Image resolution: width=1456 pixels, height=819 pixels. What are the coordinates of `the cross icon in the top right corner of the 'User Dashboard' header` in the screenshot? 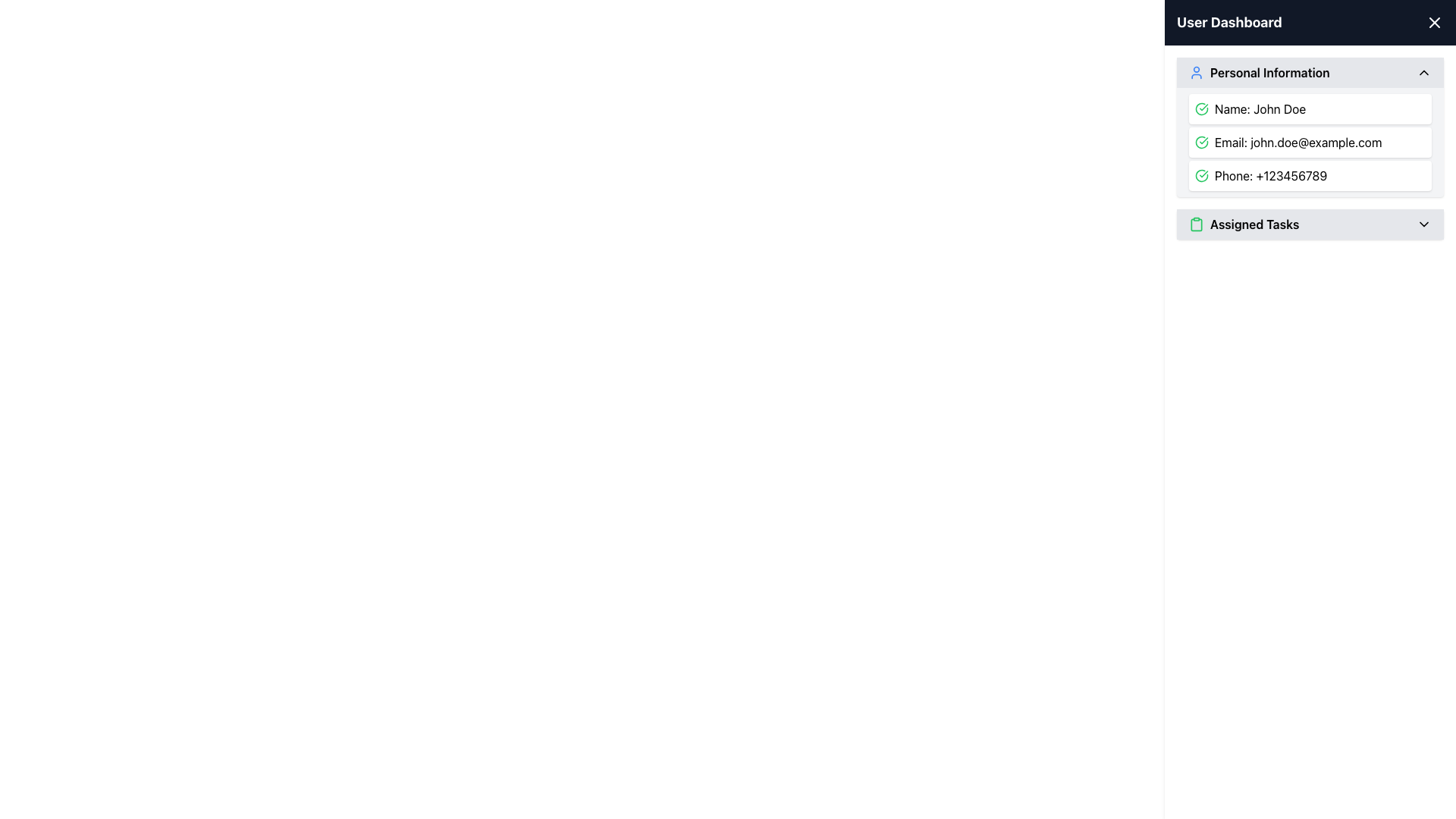 It's located at (1433, 23).